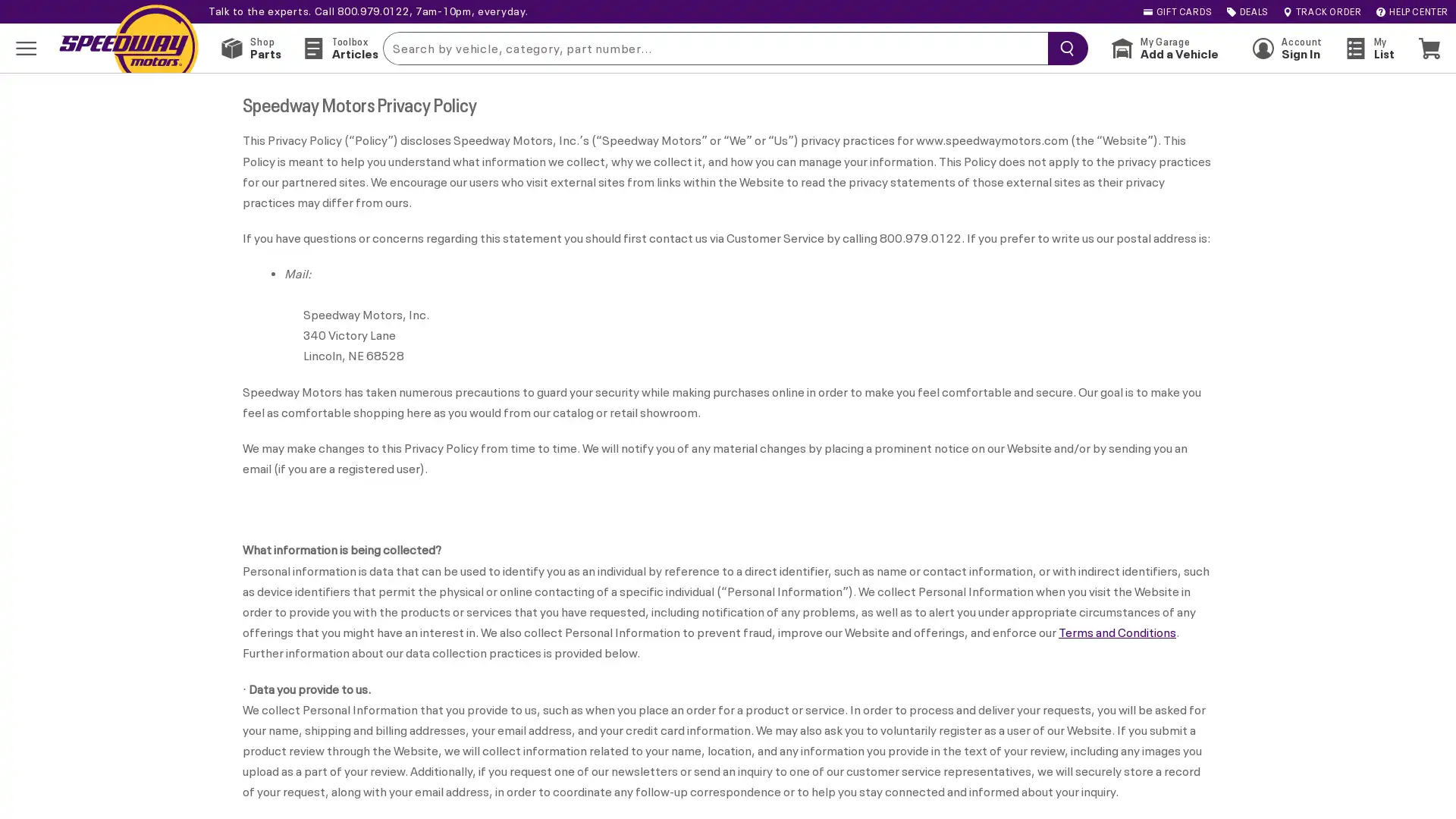  I want to click on searchButton, so click(1063, 46).